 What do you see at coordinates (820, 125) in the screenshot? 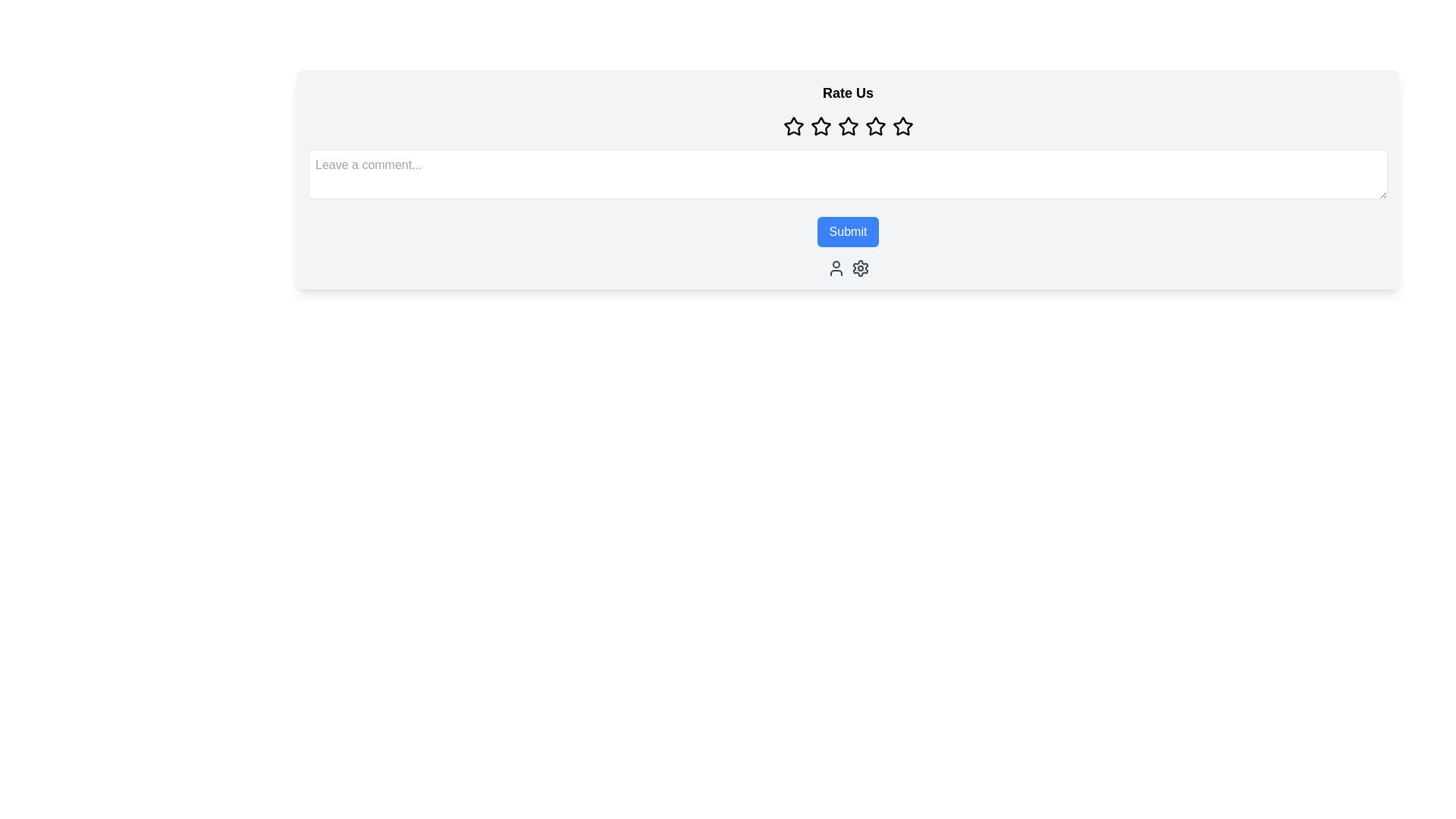
I see `the second star icon in the rating system to provide a rating of 2 out of 5` at bounding box center [820, 125].